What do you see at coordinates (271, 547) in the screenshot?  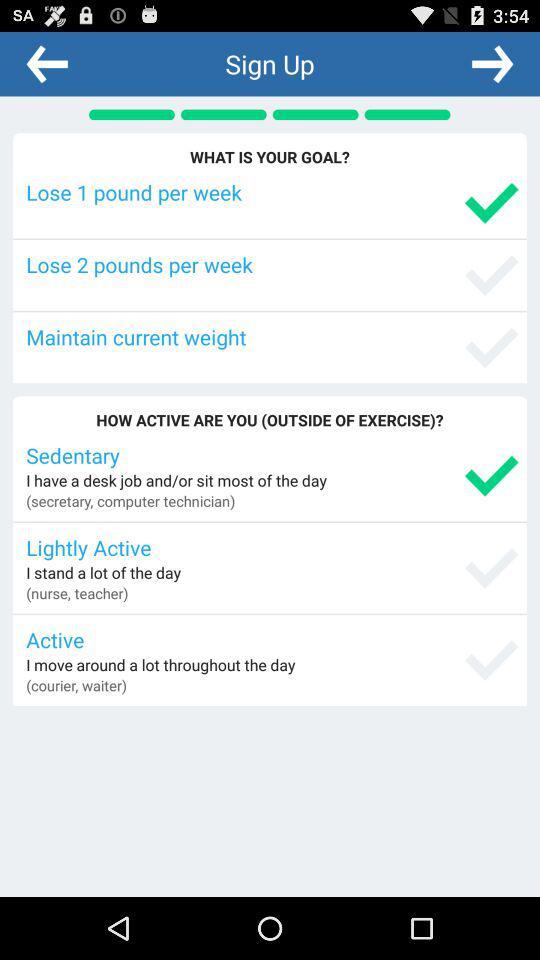 I see `lightly active icon` at bounding box center [271, 547].